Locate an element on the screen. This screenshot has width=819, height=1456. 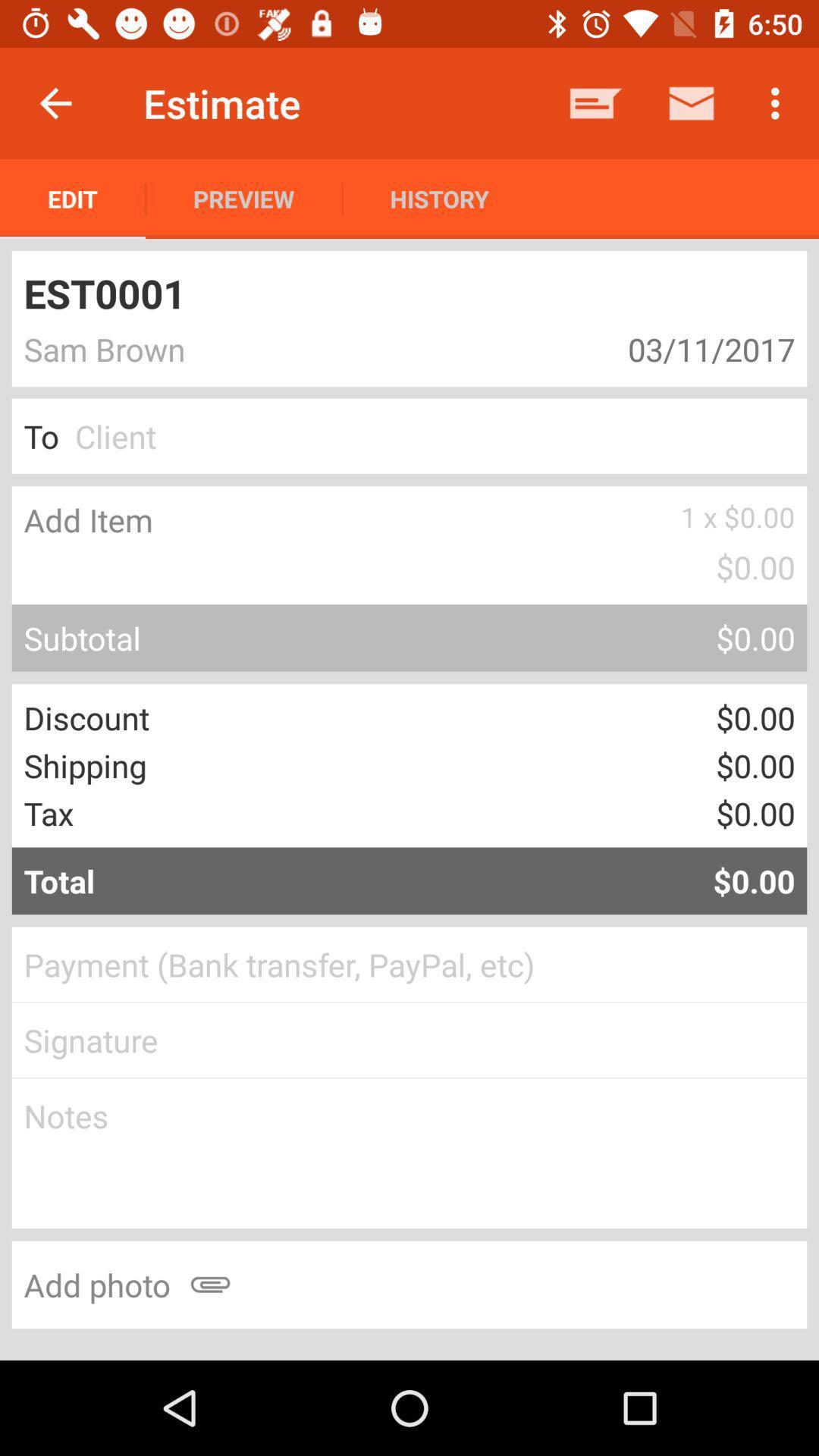
app to the right of history icon is located at coordinates (595, 102).